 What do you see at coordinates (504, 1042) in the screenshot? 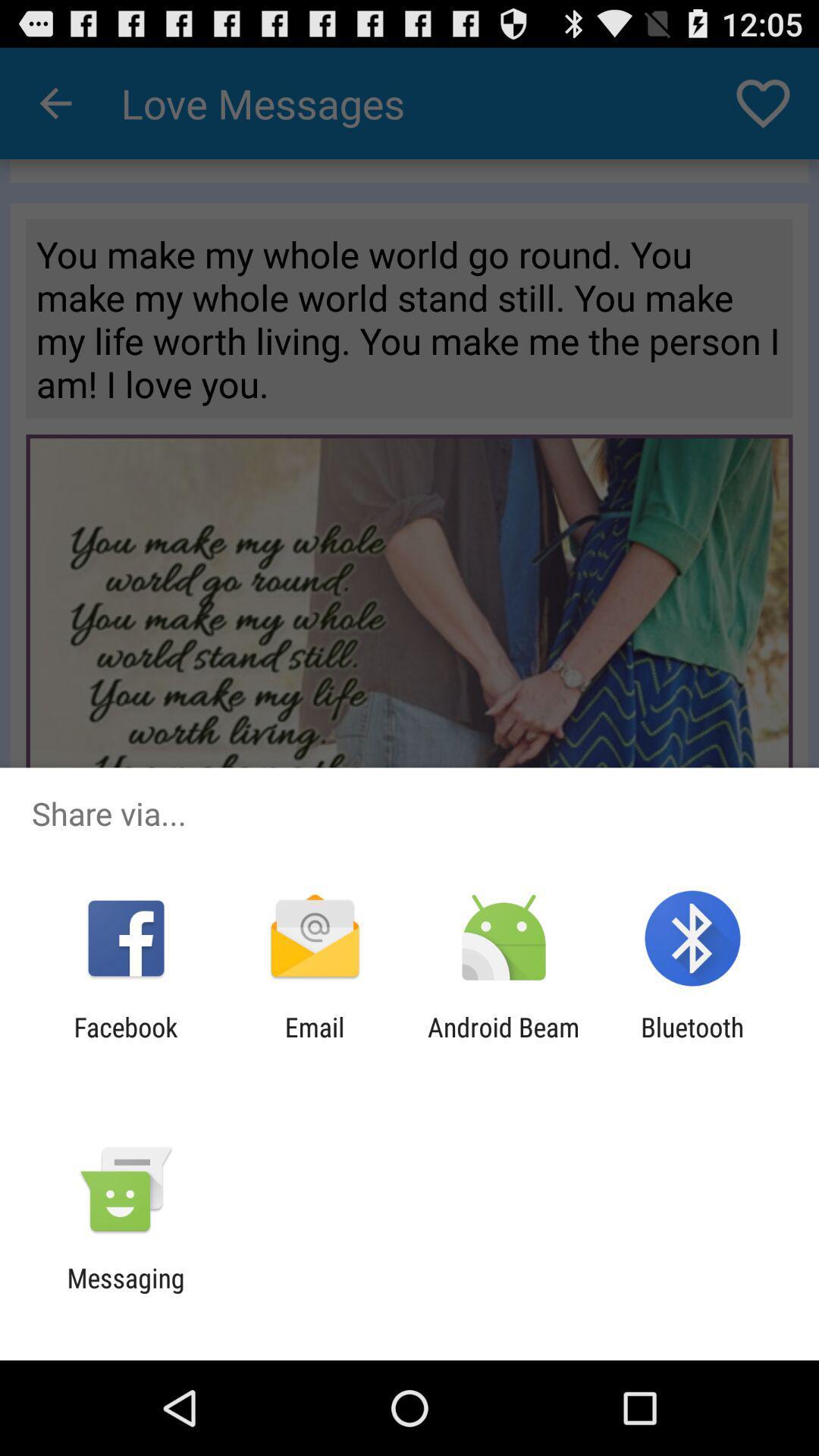
I see `icon to the right of email app` at bounding box center [504, 1042].